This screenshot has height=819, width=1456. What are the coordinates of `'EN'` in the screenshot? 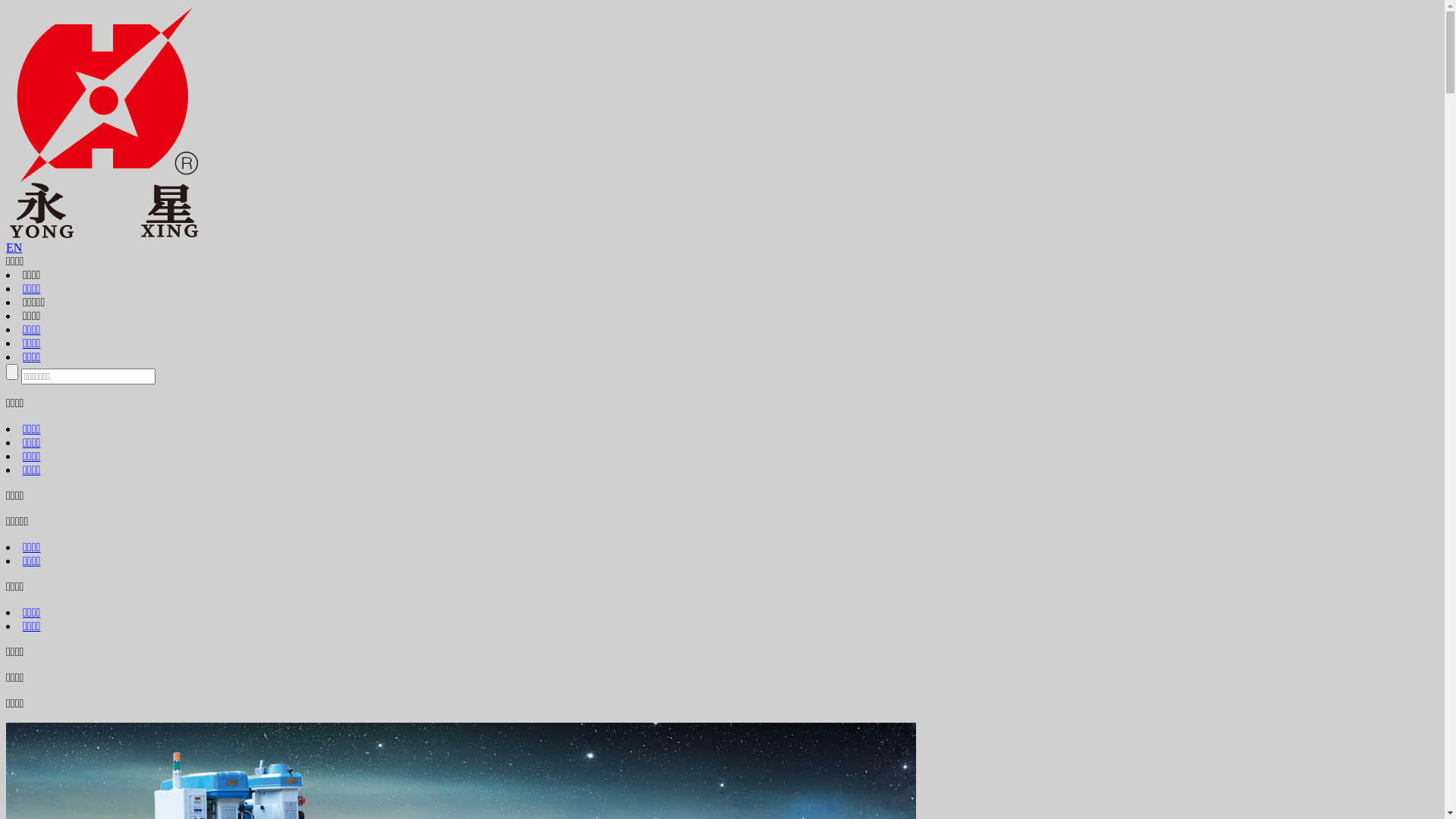 It's located at (14, 246).